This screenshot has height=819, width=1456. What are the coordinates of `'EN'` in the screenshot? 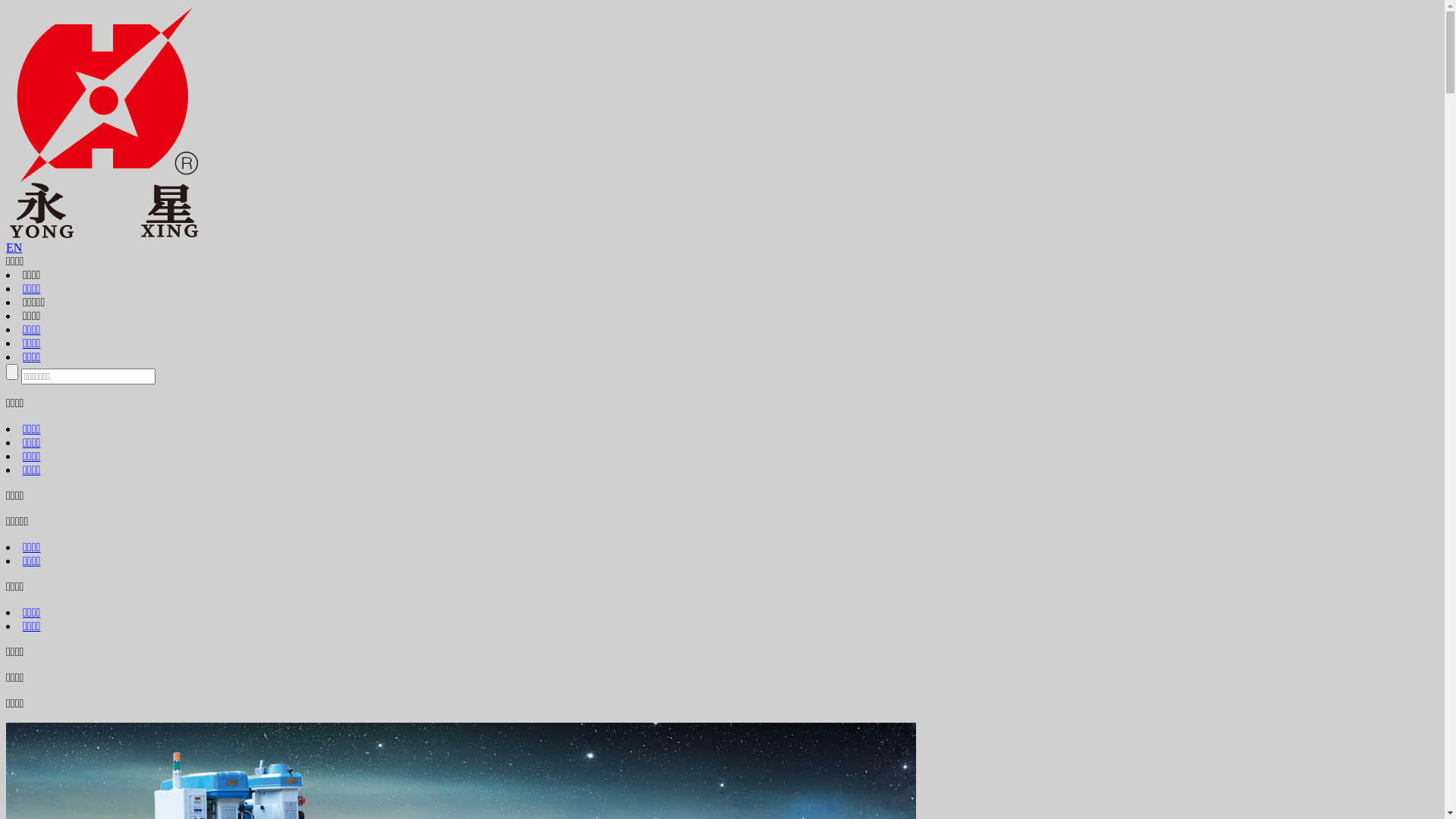 It's located at (14, 246).